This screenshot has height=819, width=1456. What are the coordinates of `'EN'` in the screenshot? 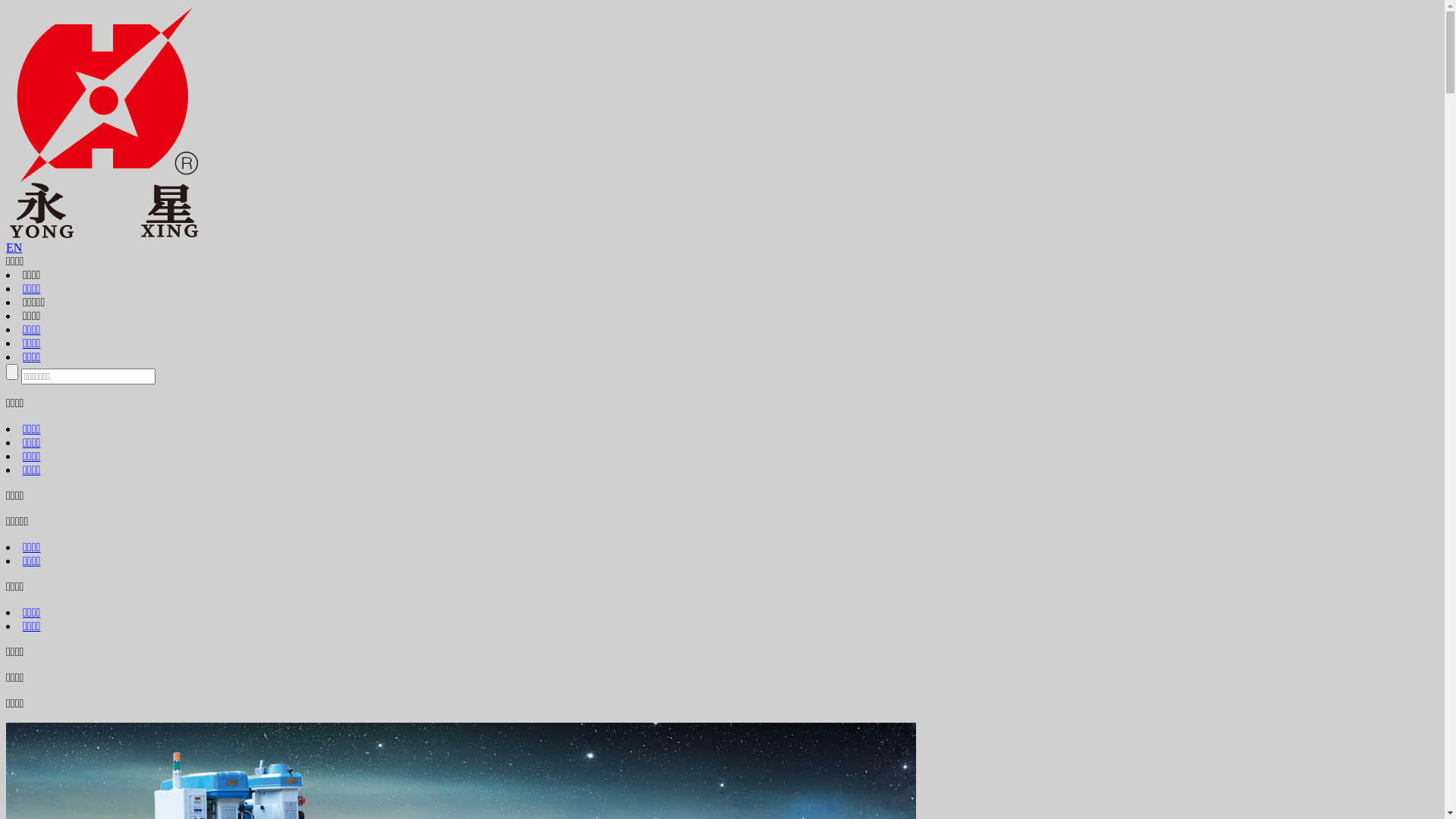 It's located at (14, 246).